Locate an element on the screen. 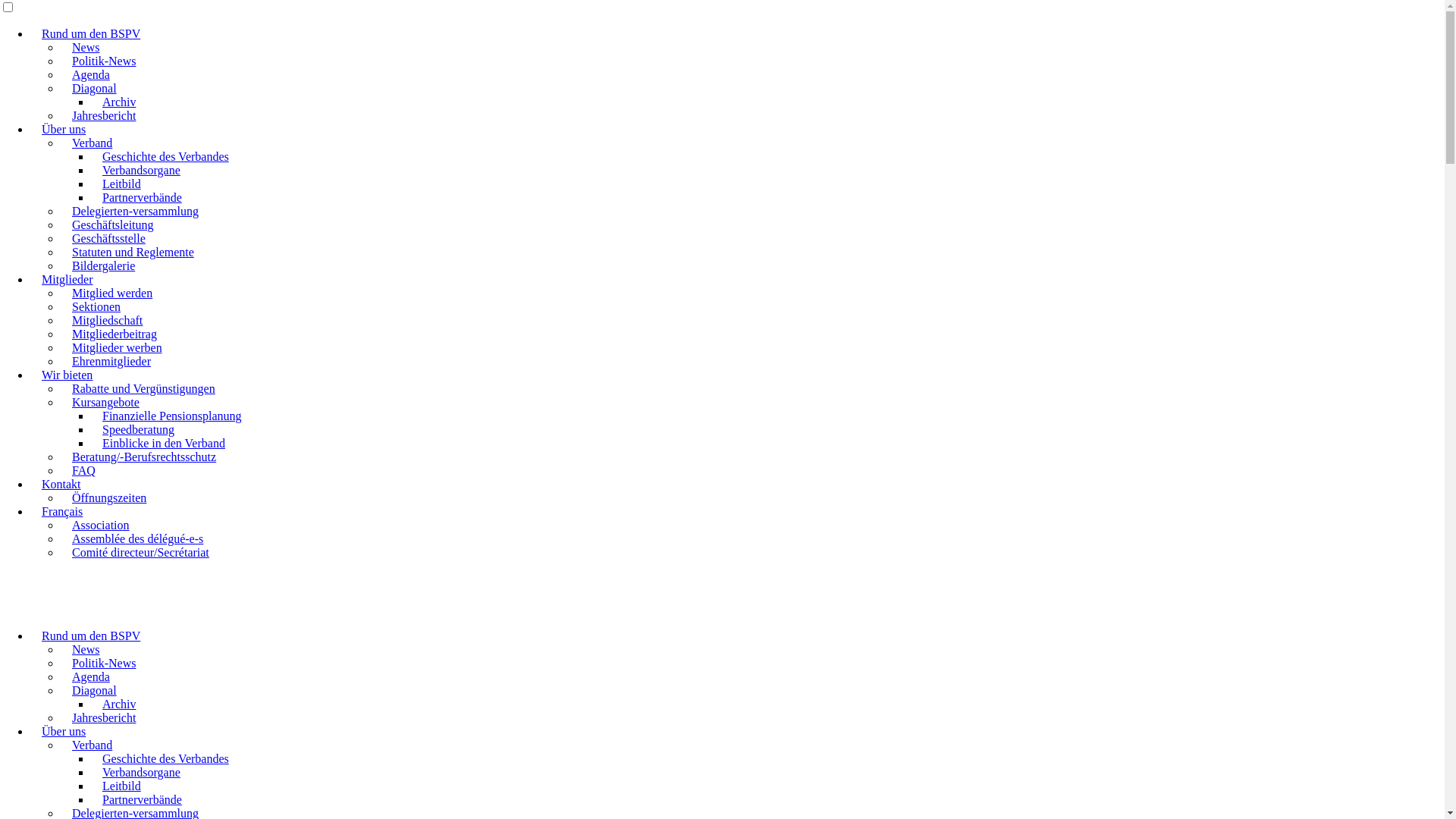 The width and height of the screenshot is (1456, 819). 'Association' is located at coordinates (61, 524).